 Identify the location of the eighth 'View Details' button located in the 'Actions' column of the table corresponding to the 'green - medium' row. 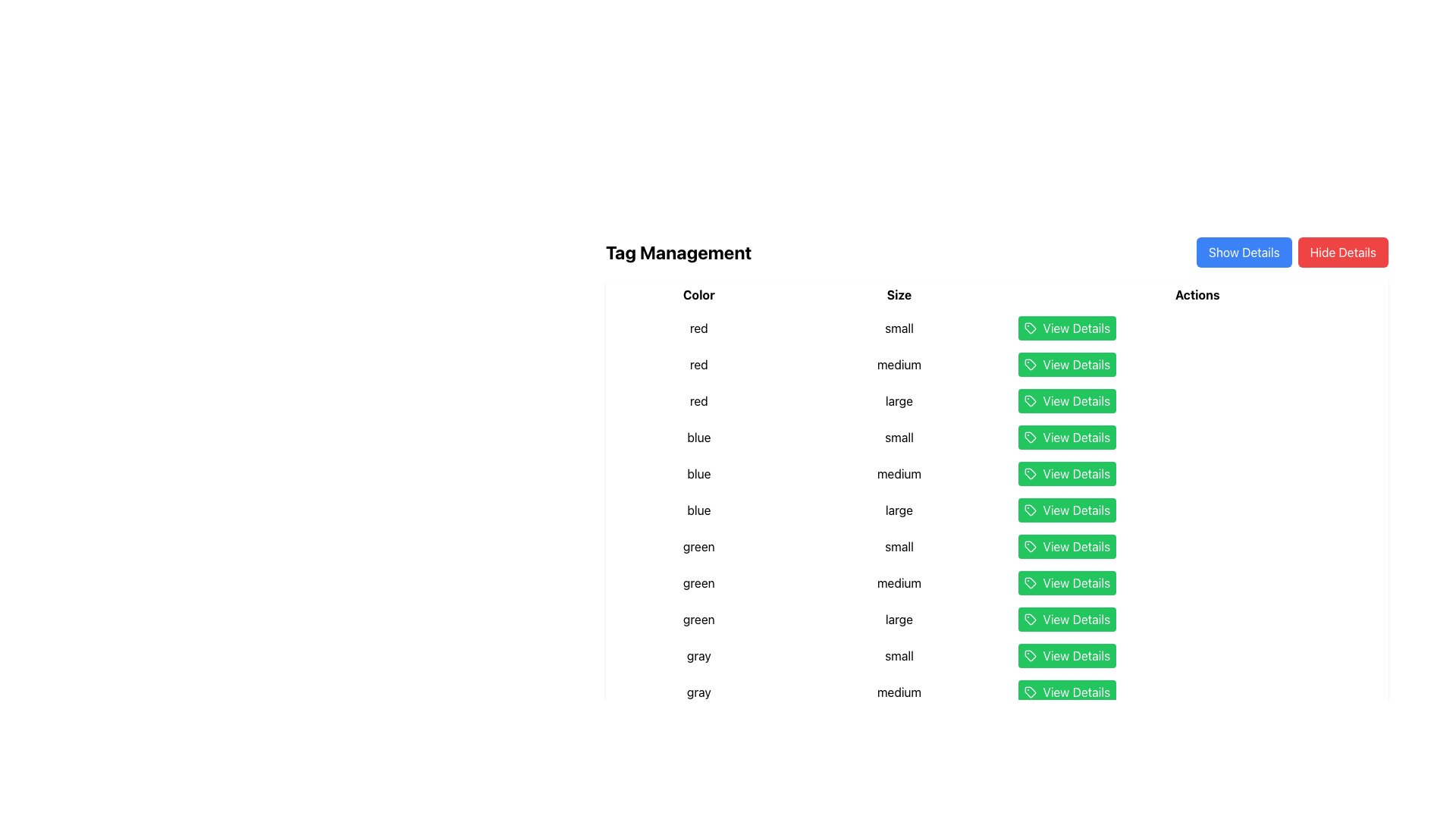
(1066, 547).